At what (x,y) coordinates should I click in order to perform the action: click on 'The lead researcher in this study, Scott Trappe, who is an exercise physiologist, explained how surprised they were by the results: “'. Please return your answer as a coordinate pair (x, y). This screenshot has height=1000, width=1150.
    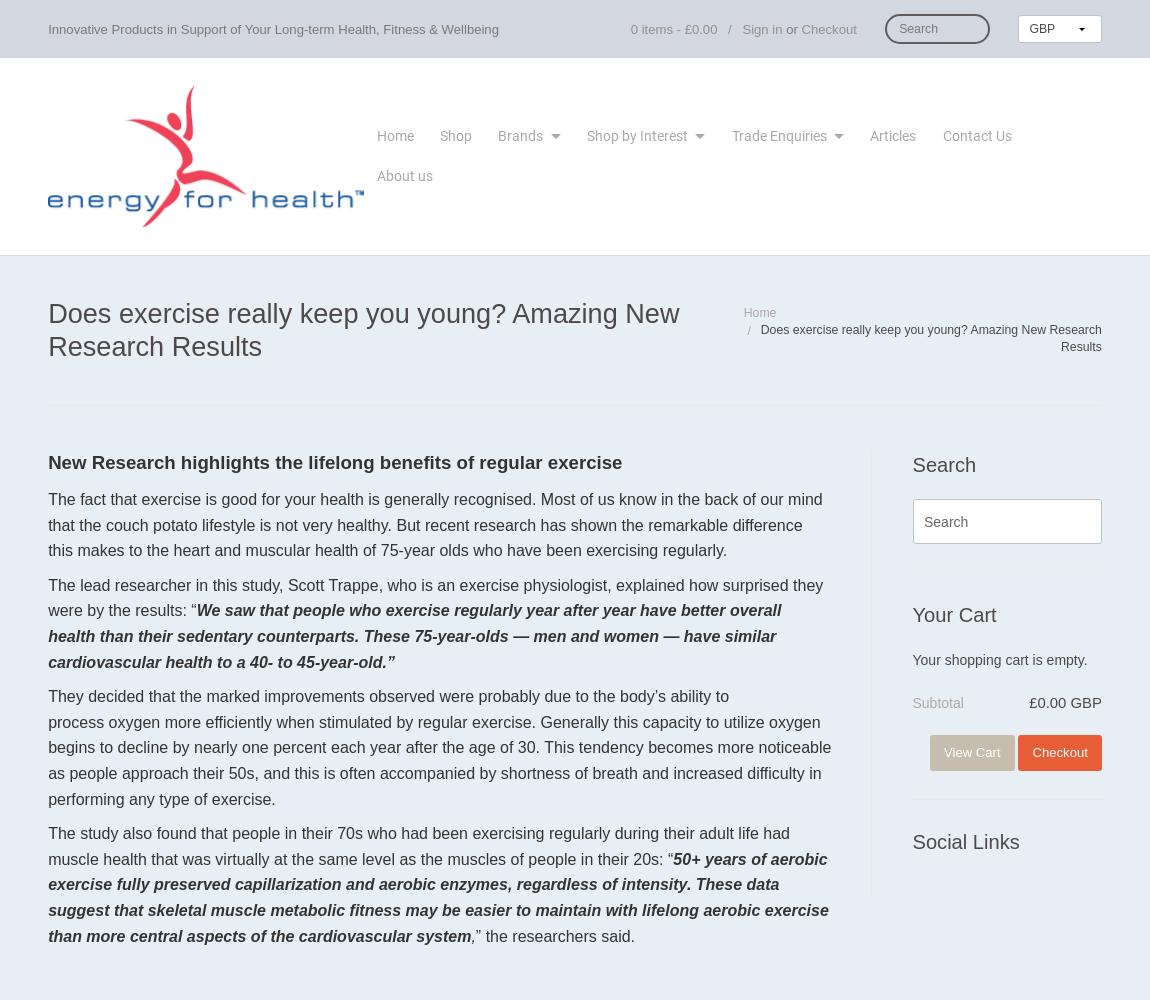
    Looking at the image, I should click on (435, 596).